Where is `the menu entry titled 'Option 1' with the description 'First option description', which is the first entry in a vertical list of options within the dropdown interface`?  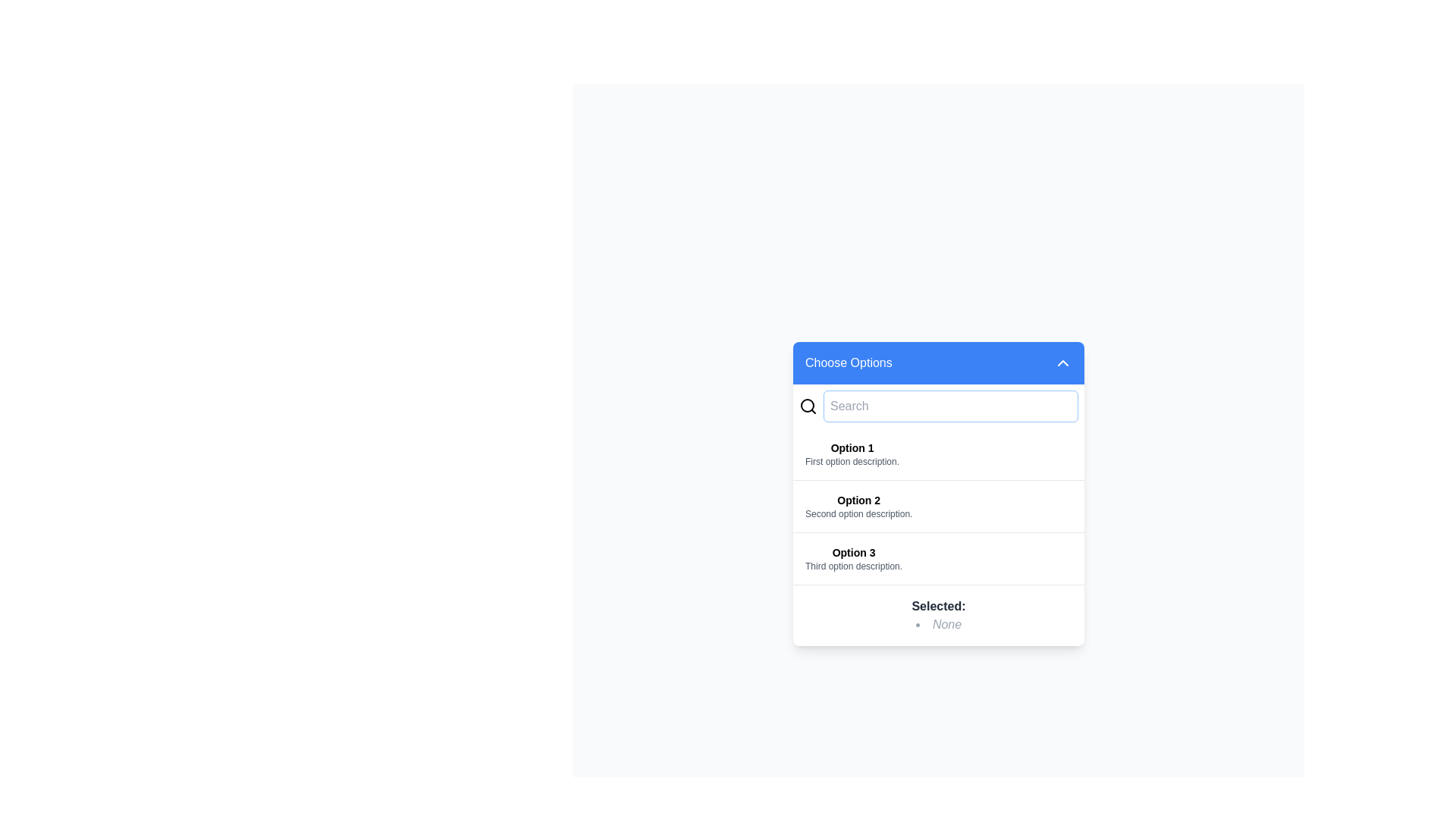 the menu entry titled 'Option 1' with the description 'First option description', which is the first entry in a vertical list of options within the dropdown interface is located at coordinates (852, 453).